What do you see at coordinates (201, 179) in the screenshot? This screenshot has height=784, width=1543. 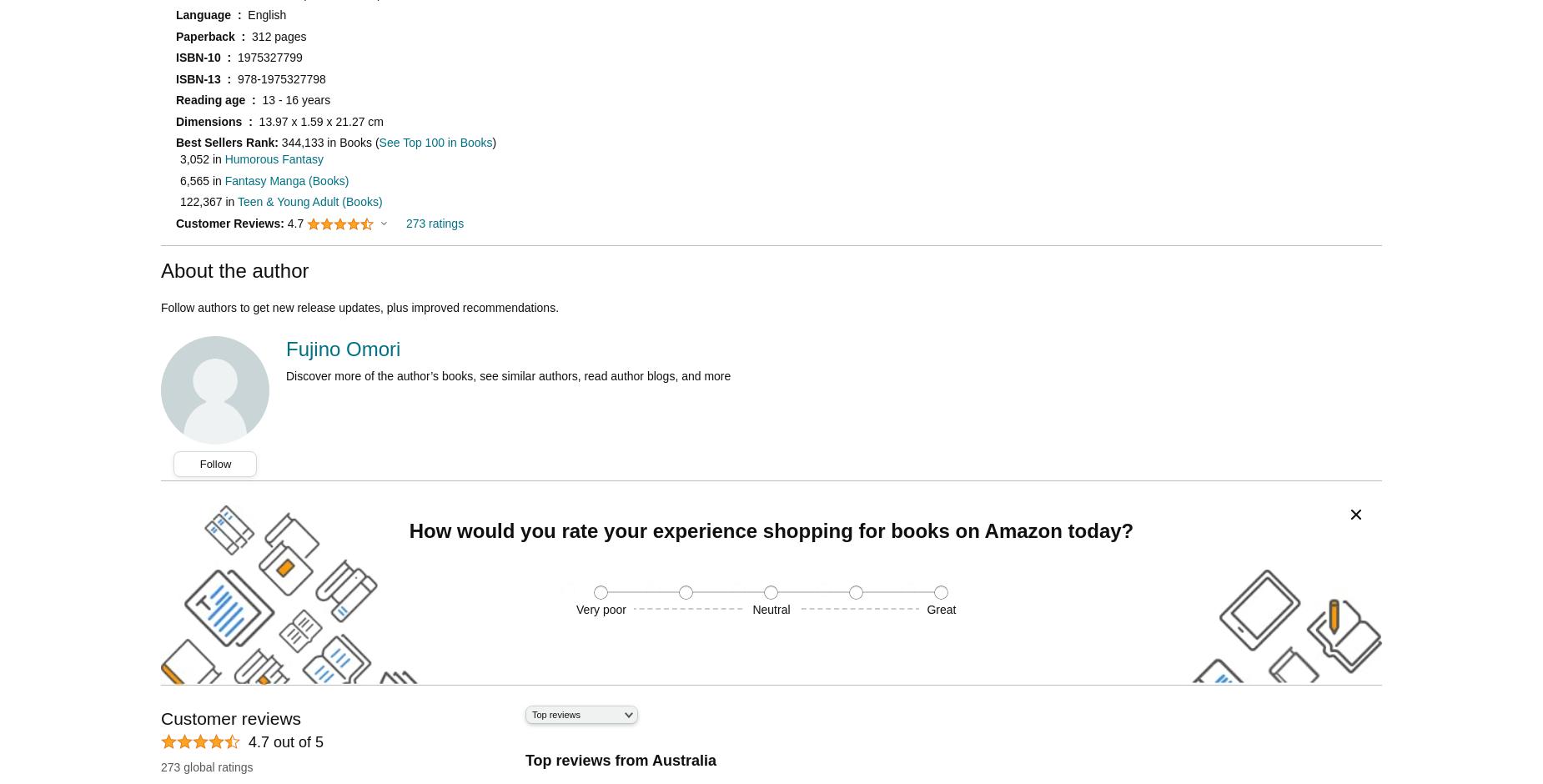 I see `'6,565 in'` at bounding box center [201, 179].